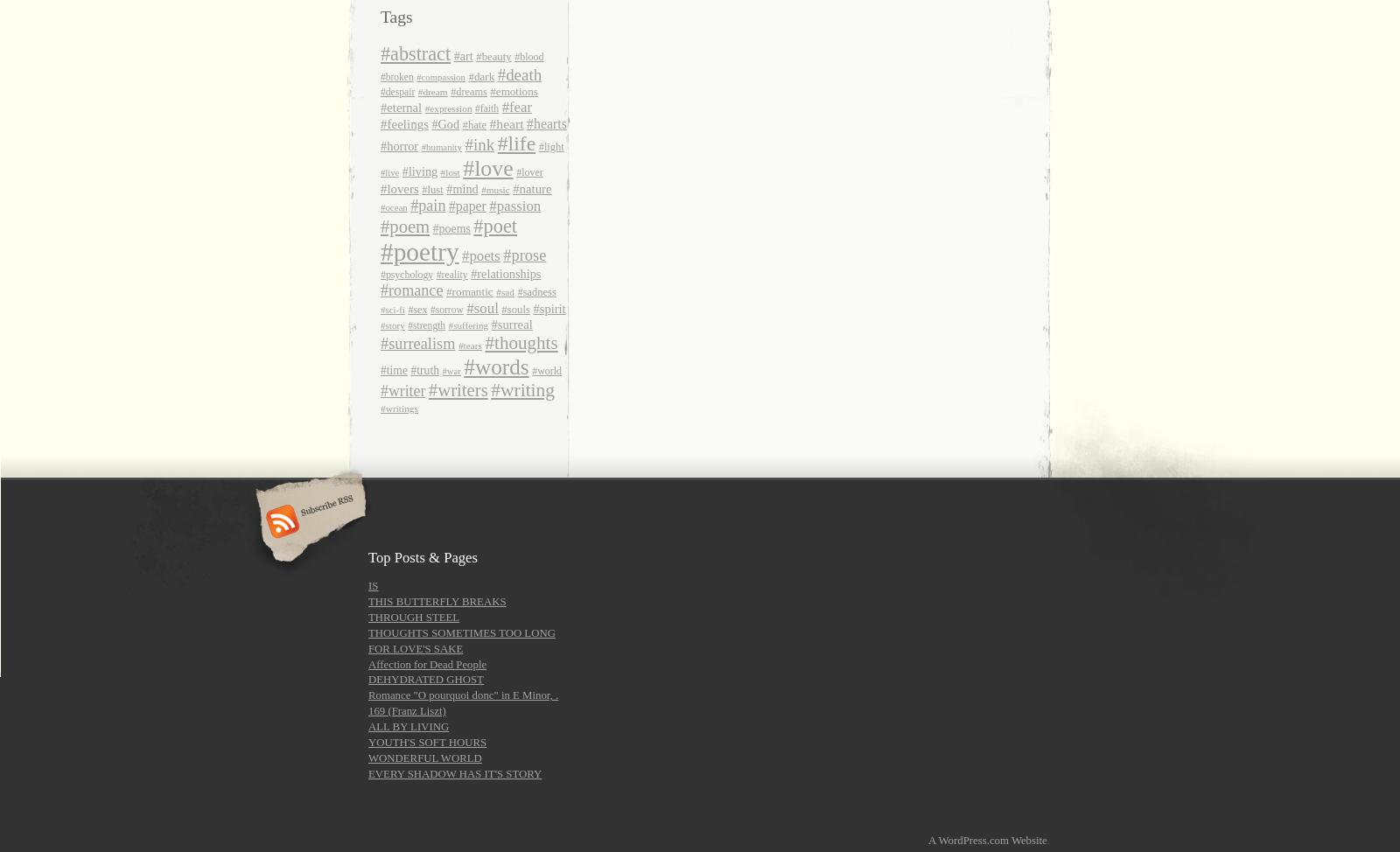  Describe the element at coordinates (367, 702) in the screenshot. I see `'Romance "O pourquoi donc" in E Minor, . 169 (Franz Liszt)'` at that location.